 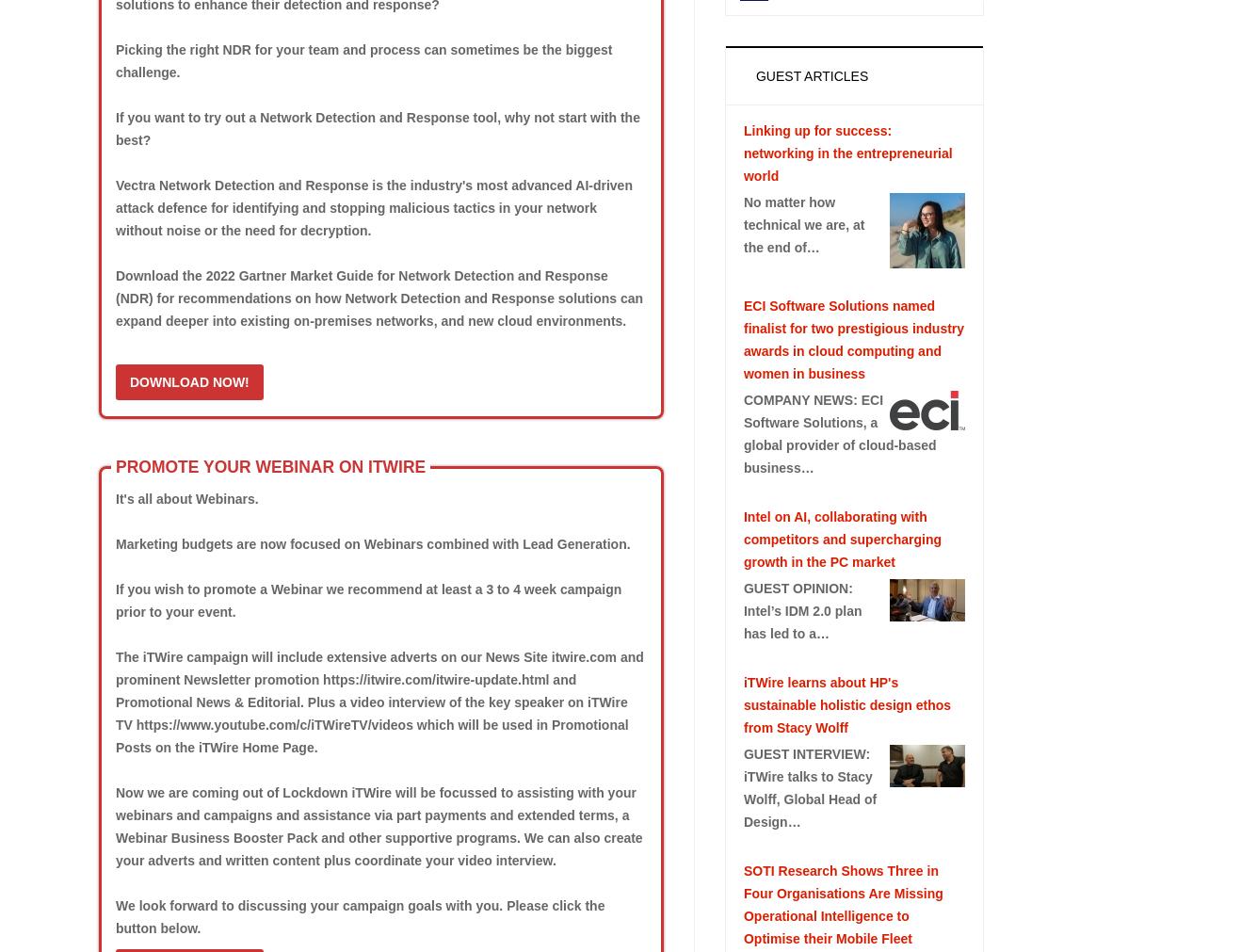 I want to click on 'Vectra Network Detection and Response is the industry's most advanced AI-driven attack defence for identifying and stopping malicious tactics in your network without noise or the need for decryption.', so click(x=373, y=208).